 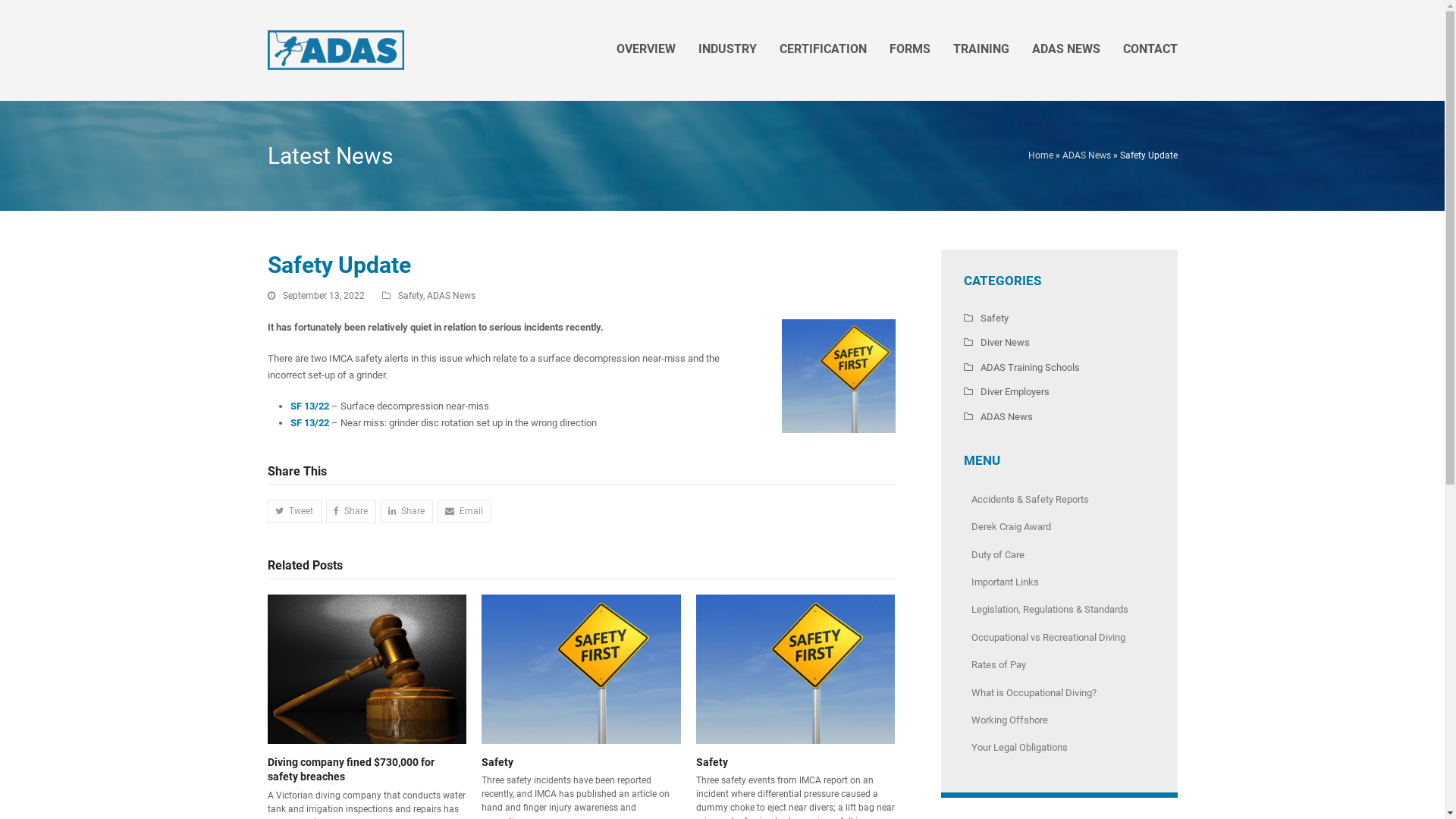 I want to click on 'ADAS Training Schools', so click(x=1021, y=367).